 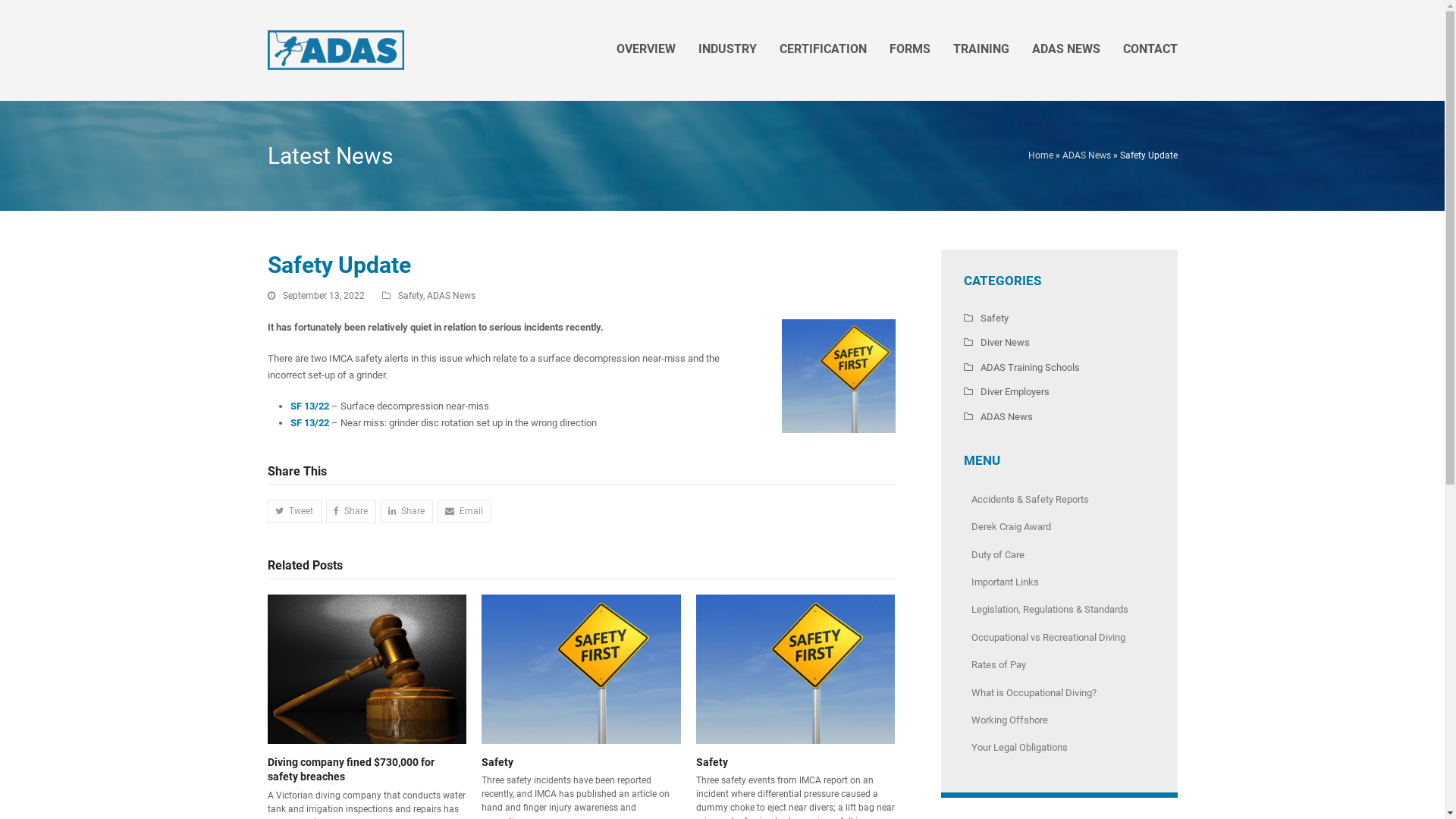 I want to click on 'ADAS Training Schools', so click(x=1021, y=367).